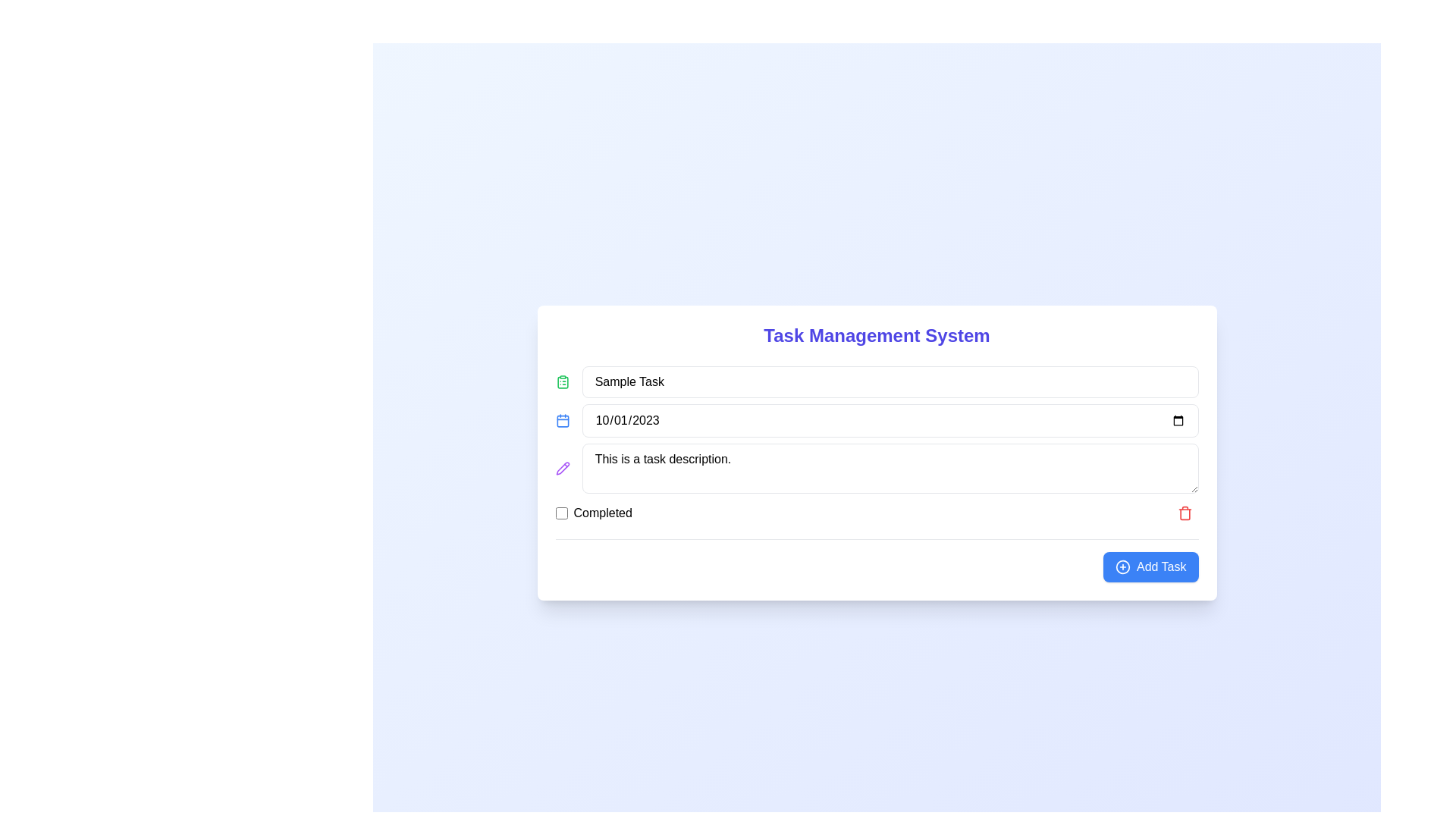 The image size is (1456, 819). What do you see at coordinates (562, 467) in the screenshot?
I see `the purple pencil icon, which is positioned to the left of the task description text area in the task management interface, to trigger an action` at bounding box center [562, 467].